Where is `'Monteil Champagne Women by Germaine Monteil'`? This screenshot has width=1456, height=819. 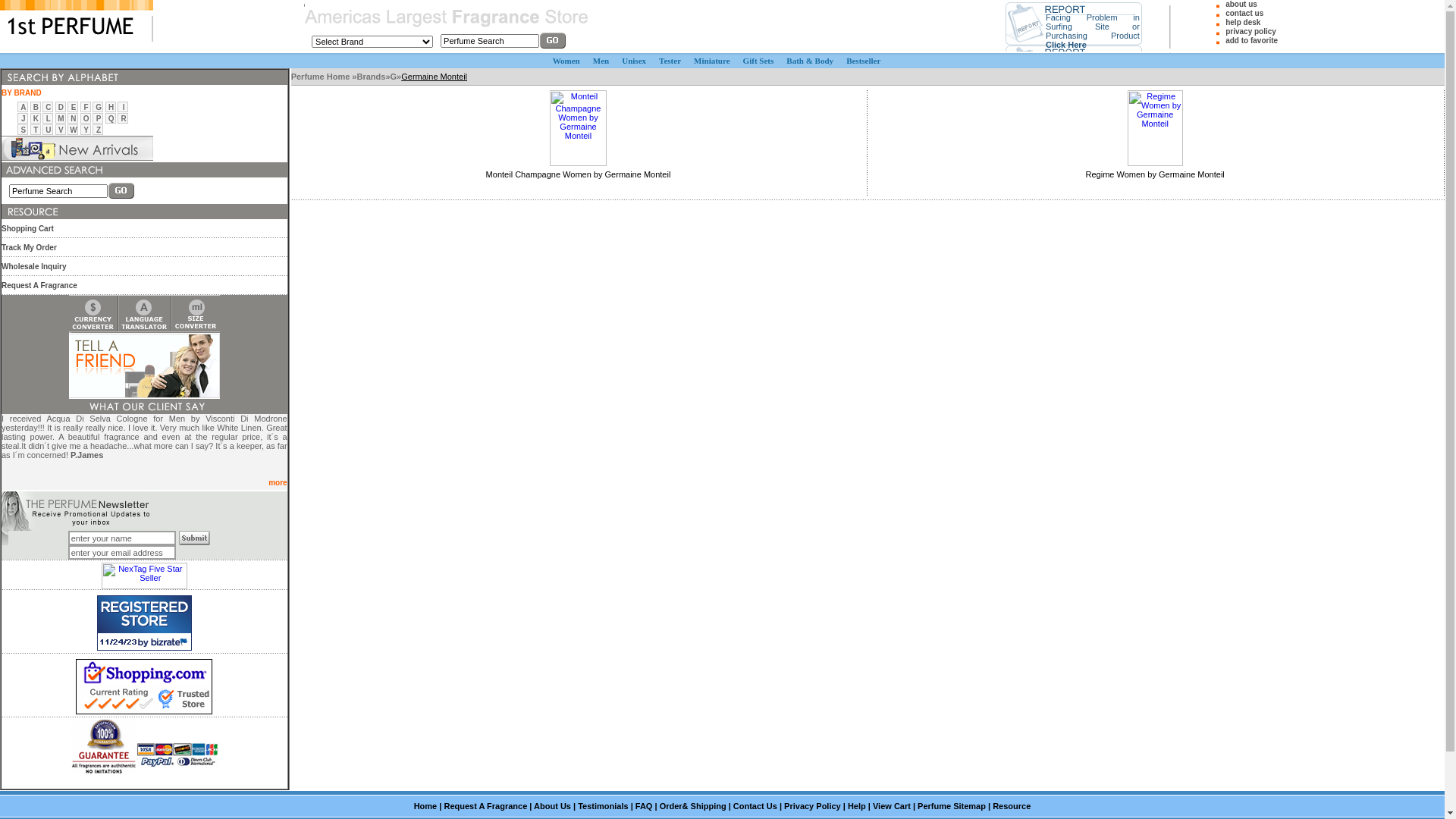
'Monteil Champagne Women by Germaine Monteil' is located at coordinates (578, 174).